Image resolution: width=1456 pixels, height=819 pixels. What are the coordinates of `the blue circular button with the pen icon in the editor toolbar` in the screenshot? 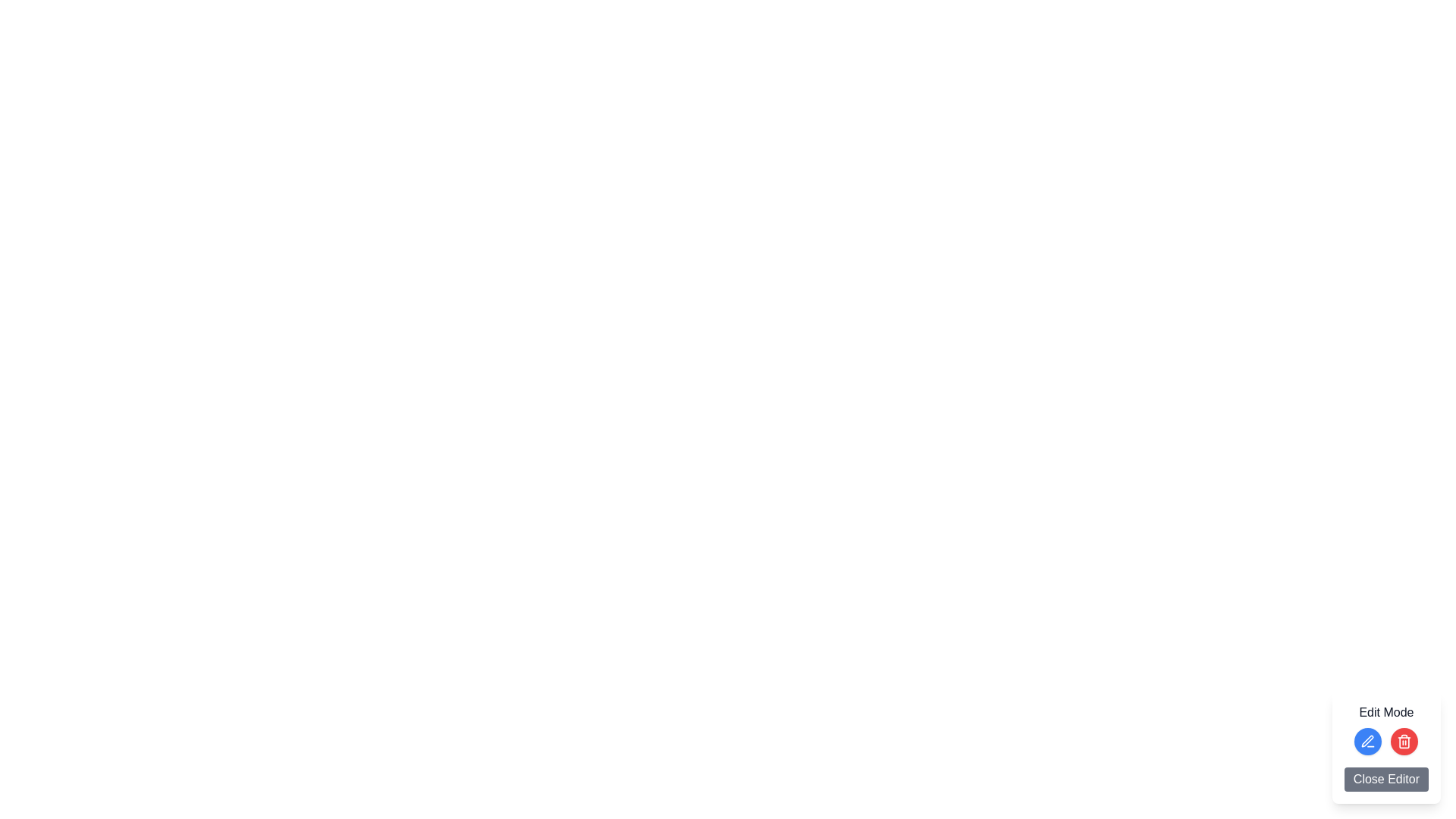 It's located at (1386, 747).